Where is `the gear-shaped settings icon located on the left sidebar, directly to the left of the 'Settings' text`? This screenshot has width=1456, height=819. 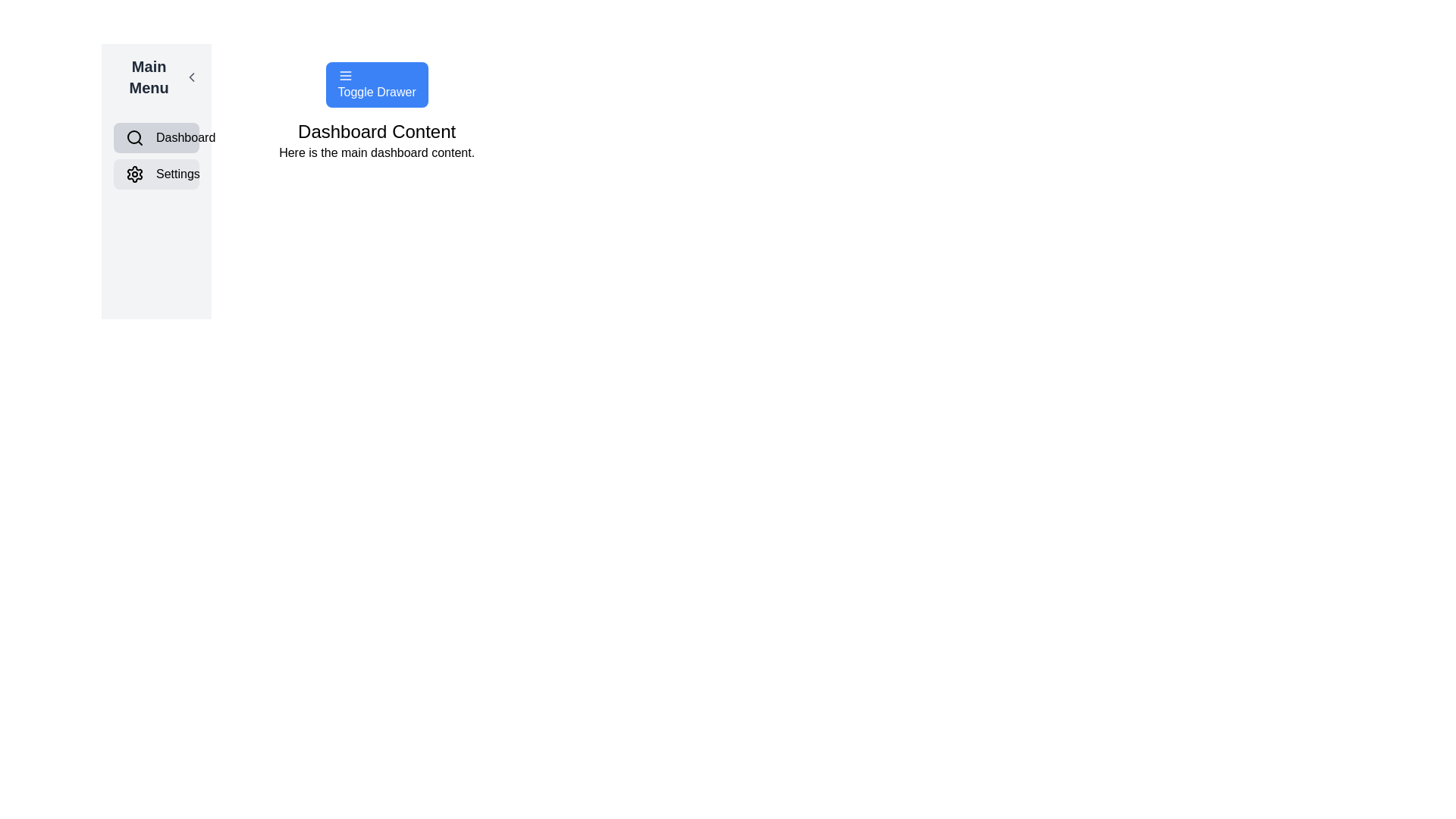 the gear-shaped settings icon located on the left sidebar, directly to the left of the 'Settings' text is located at coordinates (134, 174).